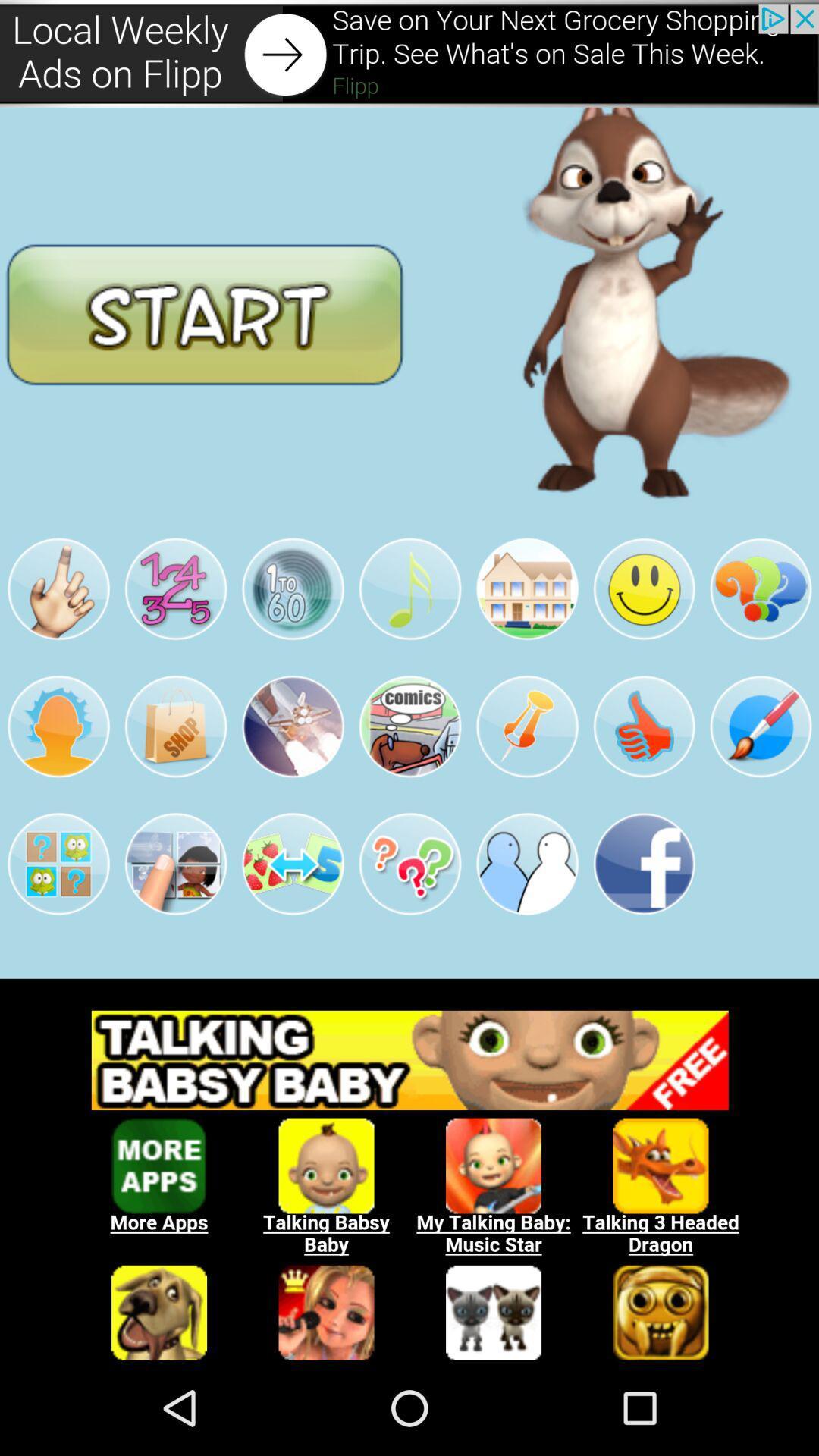  I want to click on the music icon, so click(409, 630).